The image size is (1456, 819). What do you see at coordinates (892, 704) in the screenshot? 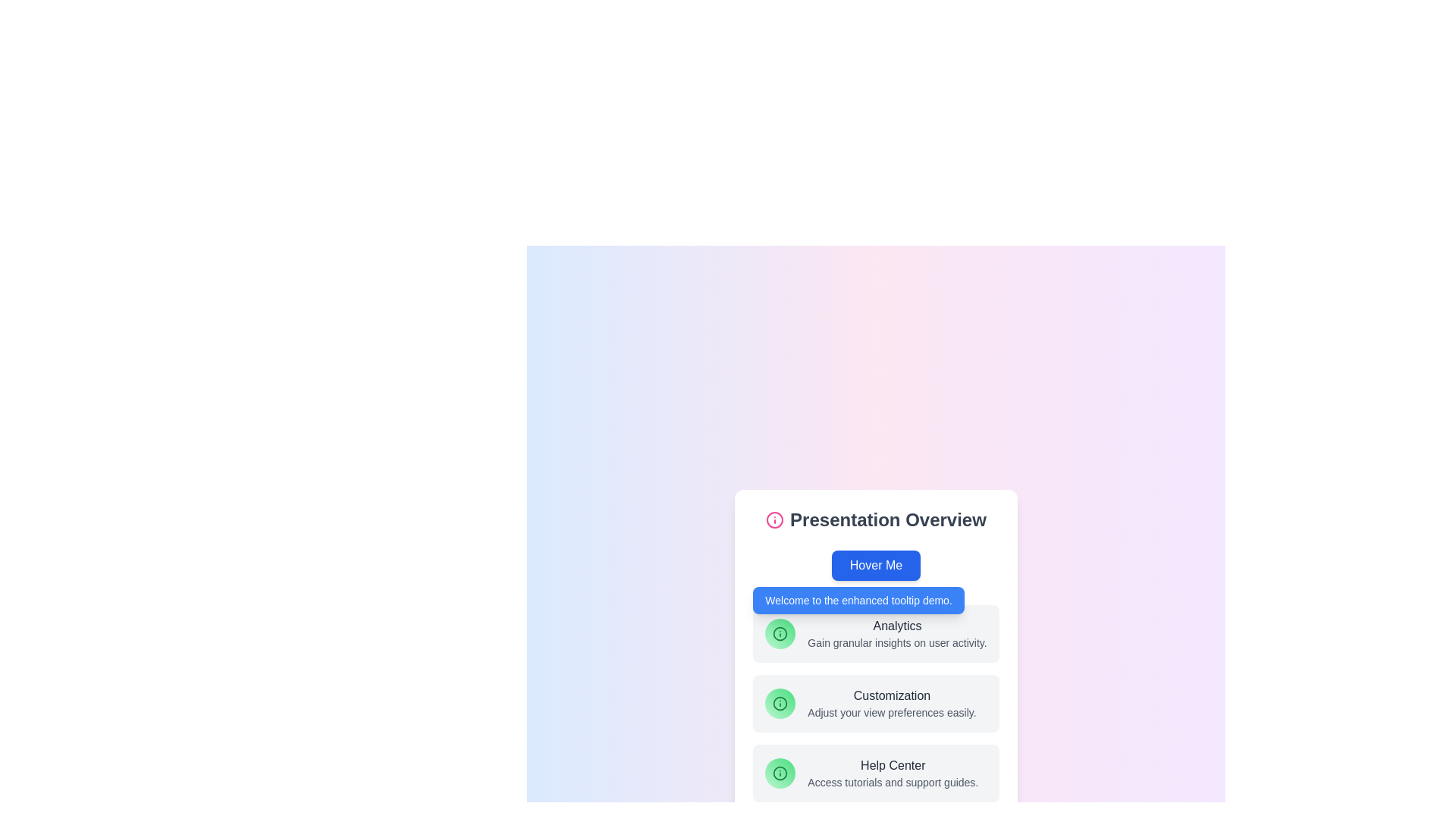
I see `text from the 'Customization' text block, which consists of a bold title 'Customization' and a brief description 'Adjust your view preferences easily.'` at bounding box center [892, 704].